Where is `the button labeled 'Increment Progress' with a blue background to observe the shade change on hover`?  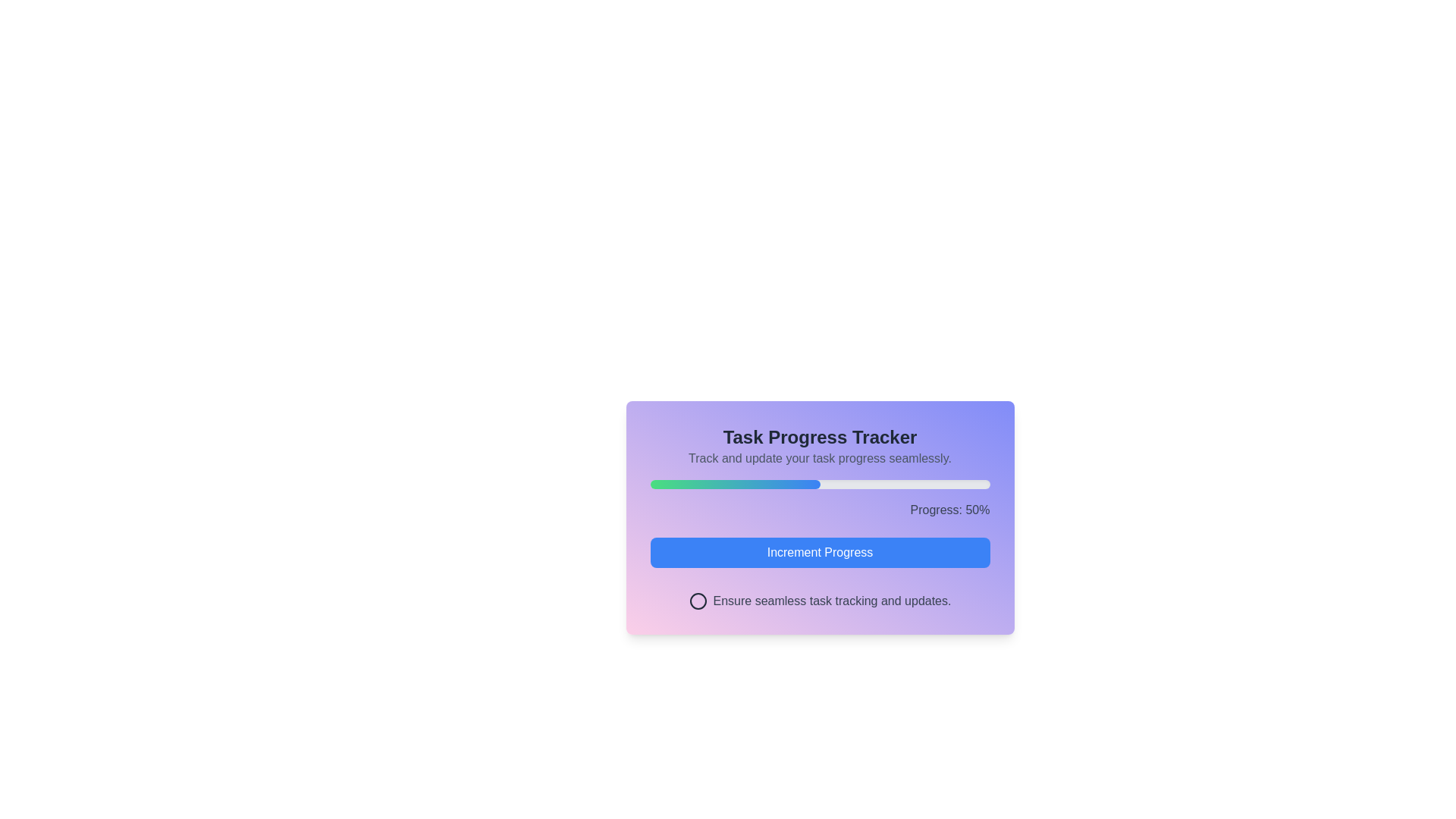
the button labeled 'Increment Progress' with a blue background to observe the shade change on hover is located at coordinates (819, 553).